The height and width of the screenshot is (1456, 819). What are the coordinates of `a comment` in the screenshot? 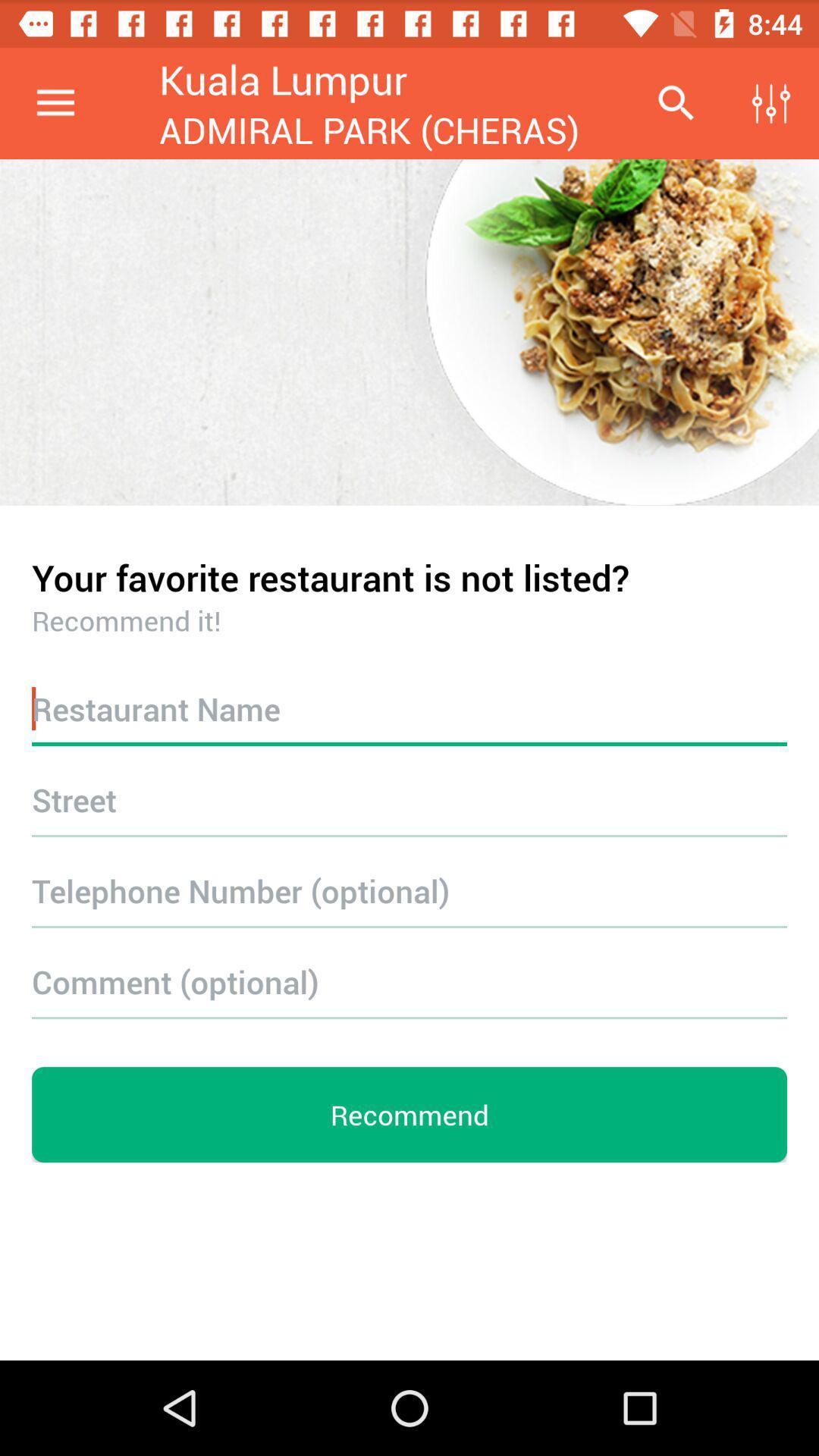 It's located at (409, 981).